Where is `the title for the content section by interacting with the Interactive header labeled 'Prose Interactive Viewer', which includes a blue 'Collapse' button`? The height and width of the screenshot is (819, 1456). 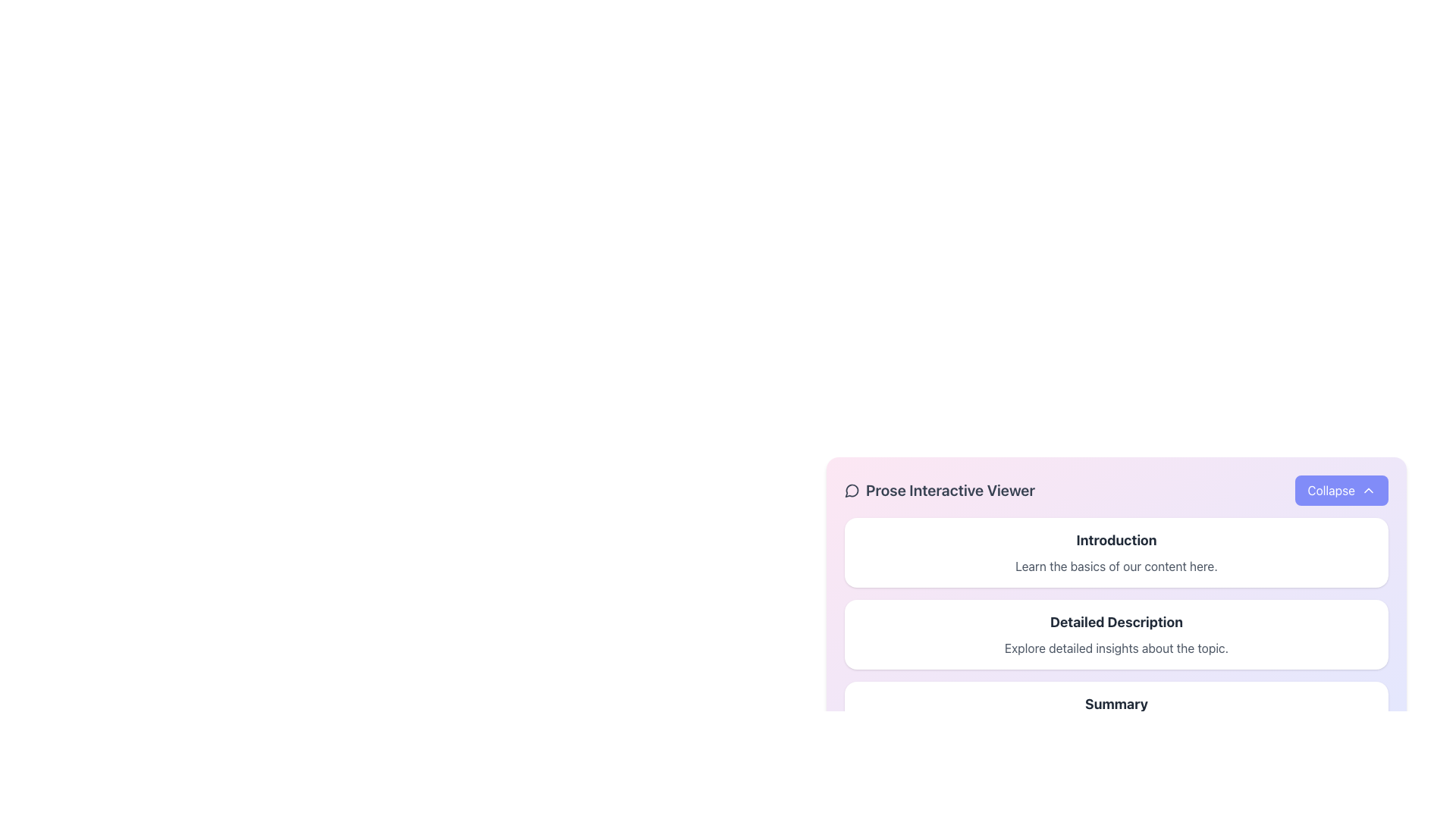 the title for the content section by interacting with the Interactive header labeled 'Prose Interactive Viewer', which includes a blue 'Collapse' button is located at coordinates (1116, 491).